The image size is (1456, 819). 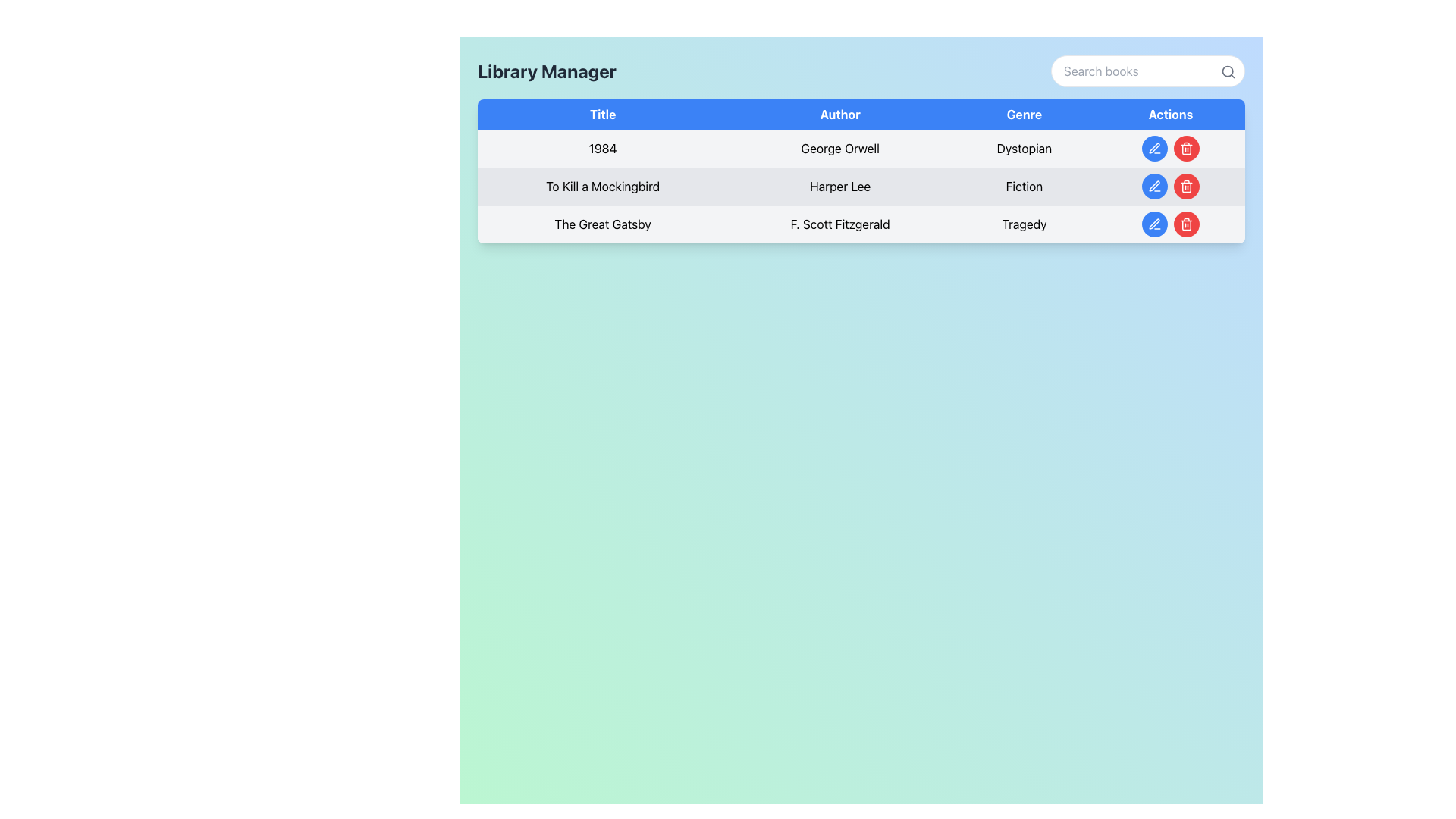 What do you see at coordinates (602, 113) in the screenshot?
I see `the 'Title' column header in the table, which is the first element in the header row` at bounding box center [602, 113].